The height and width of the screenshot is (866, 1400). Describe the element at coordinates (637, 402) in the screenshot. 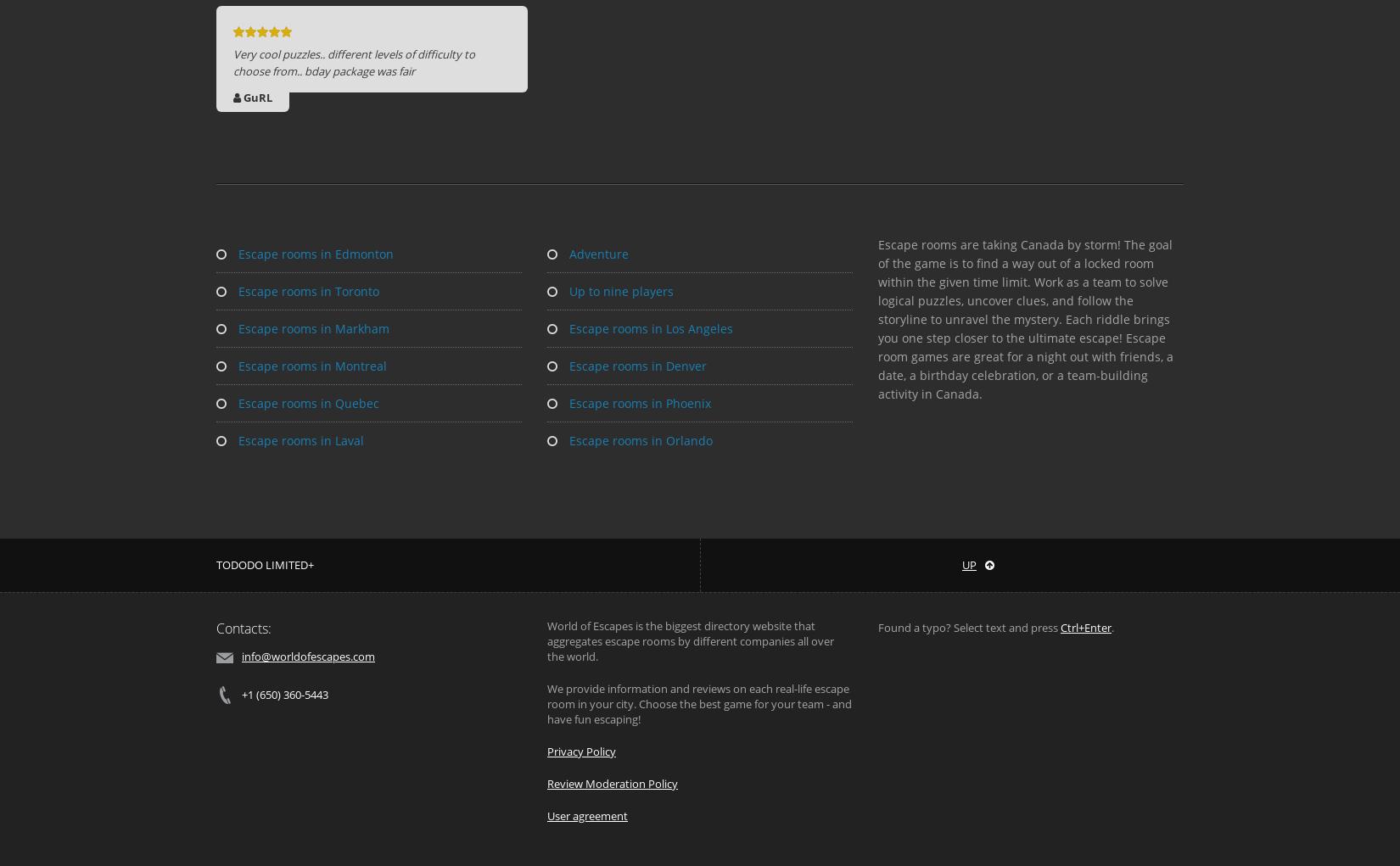

I see `'Escape rooms in Phoenix'` at that location.